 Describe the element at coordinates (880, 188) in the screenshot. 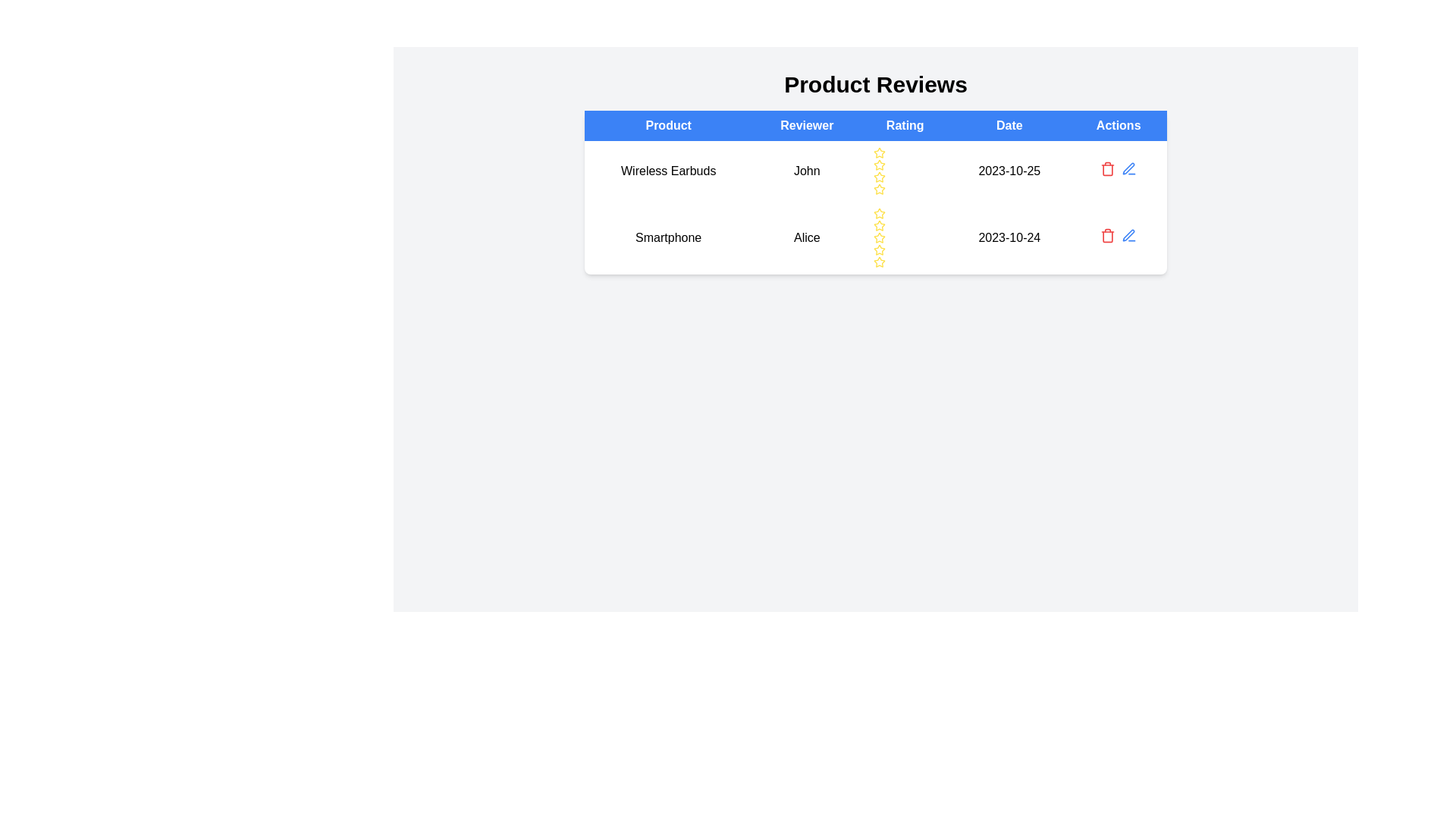

I see `the second star-shaped rating icon with a yellow outline in the 'Rating' column of the first row of the 'Product Reviews' table` at that location.